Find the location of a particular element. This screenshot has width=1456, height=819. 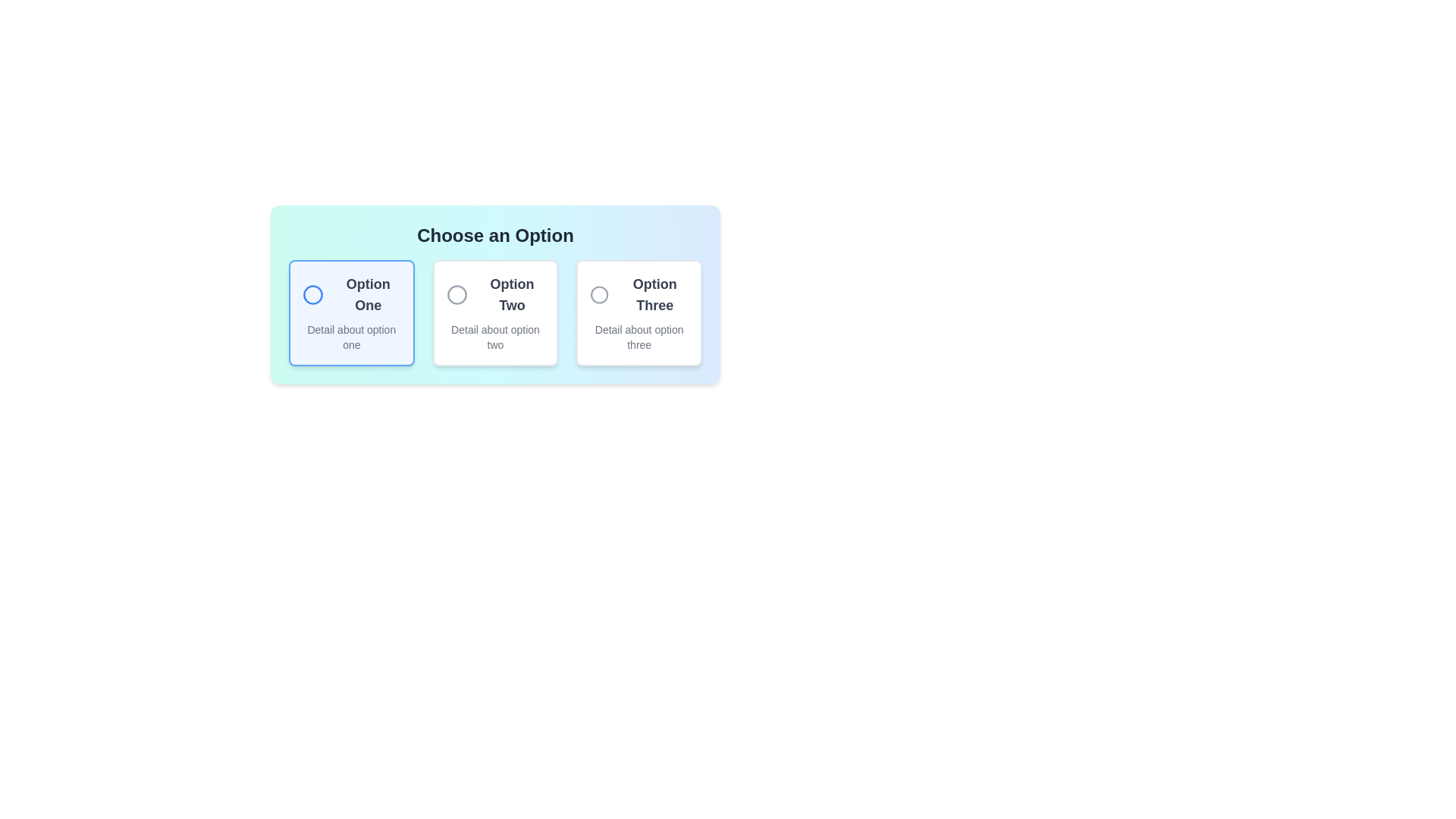

the text label displaying 'Option One', which is positioned to the right of a circular icon and is bold with dark gray font on a white background is located at coordinates (368, 295).